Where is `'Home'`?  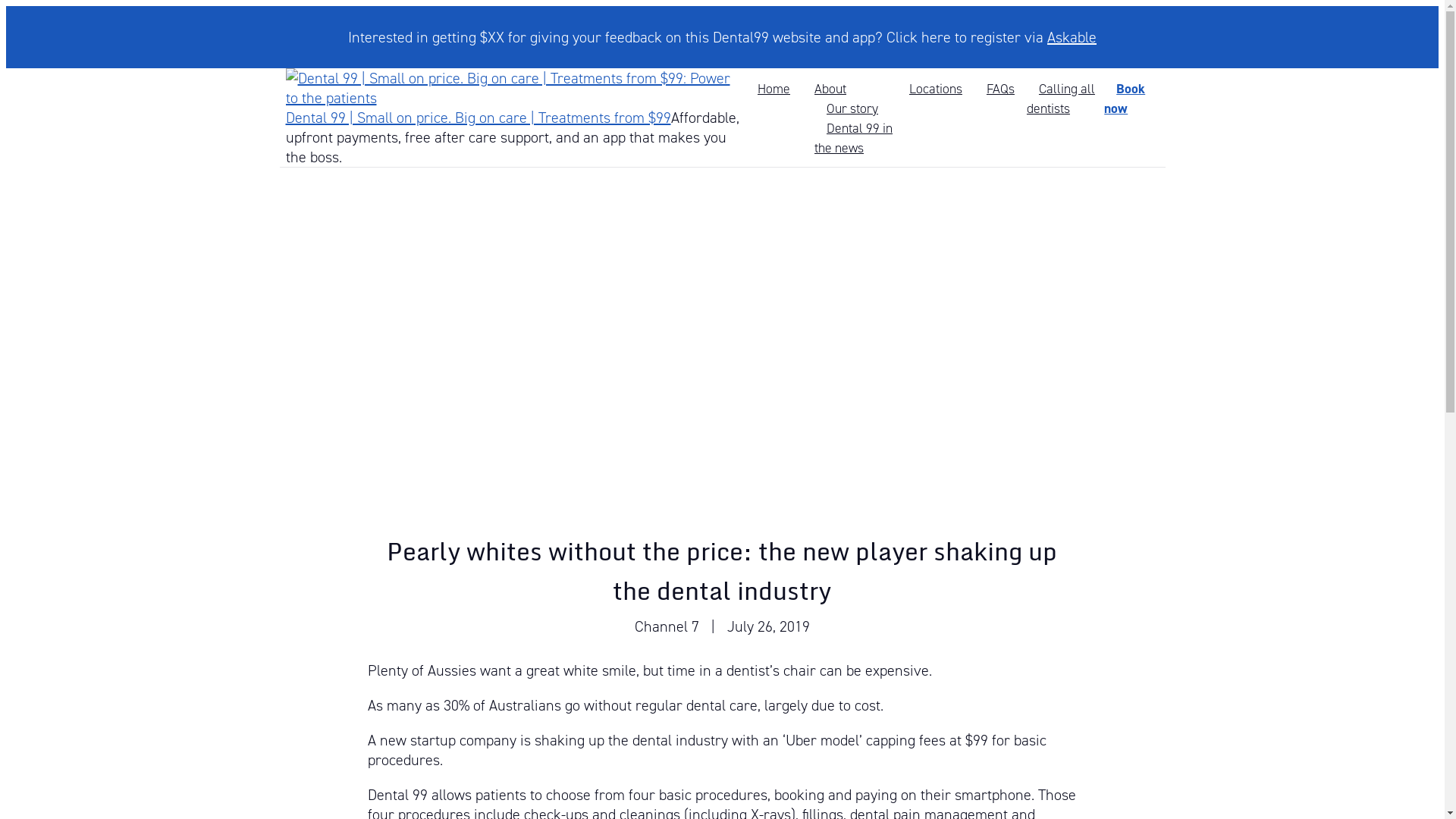
'Home' is located at coordinates (773, 88).